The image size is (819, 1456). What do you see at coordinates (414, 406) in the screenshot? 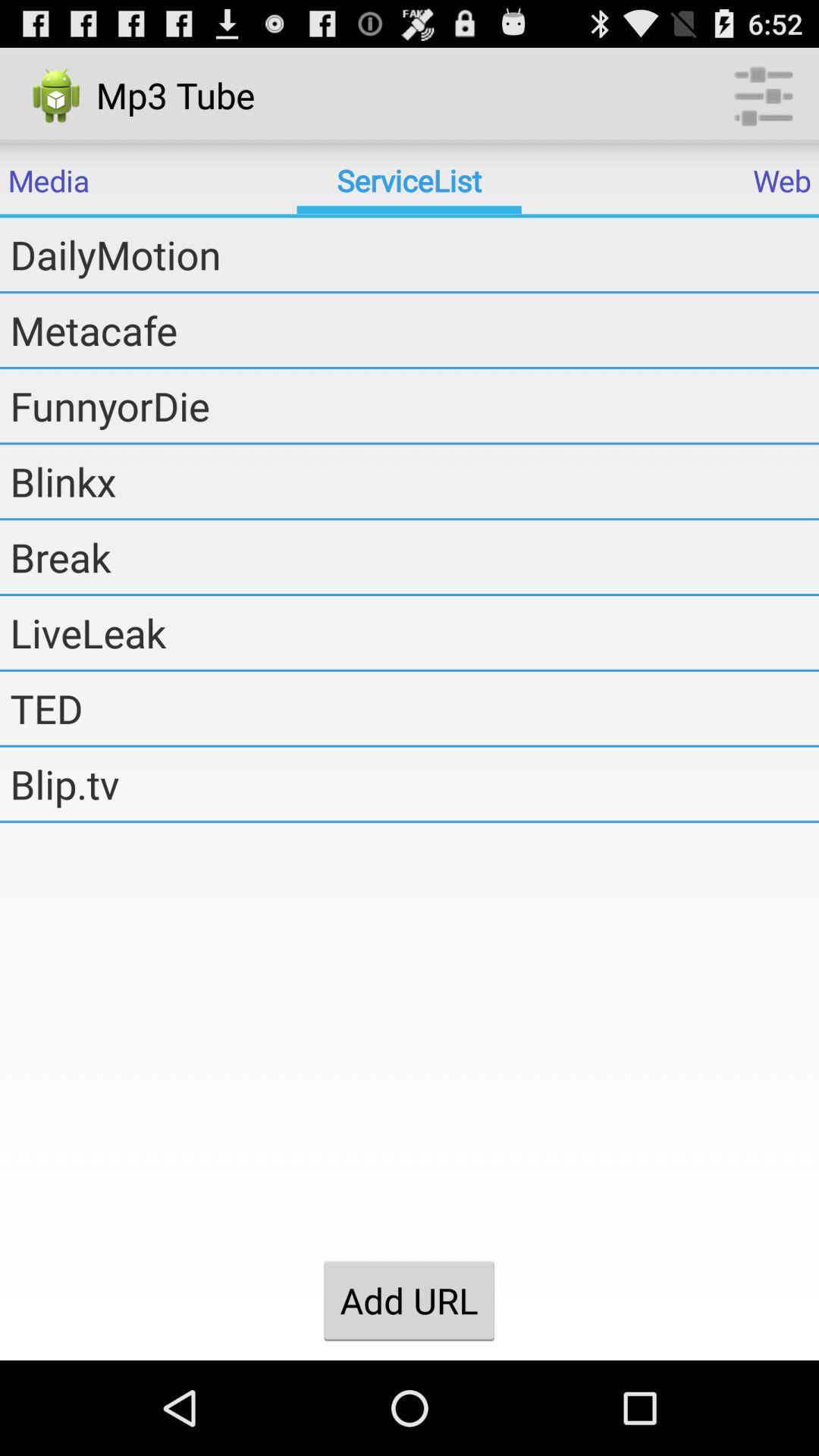
I see `the funnyordie` at bounding box center [414, 406].